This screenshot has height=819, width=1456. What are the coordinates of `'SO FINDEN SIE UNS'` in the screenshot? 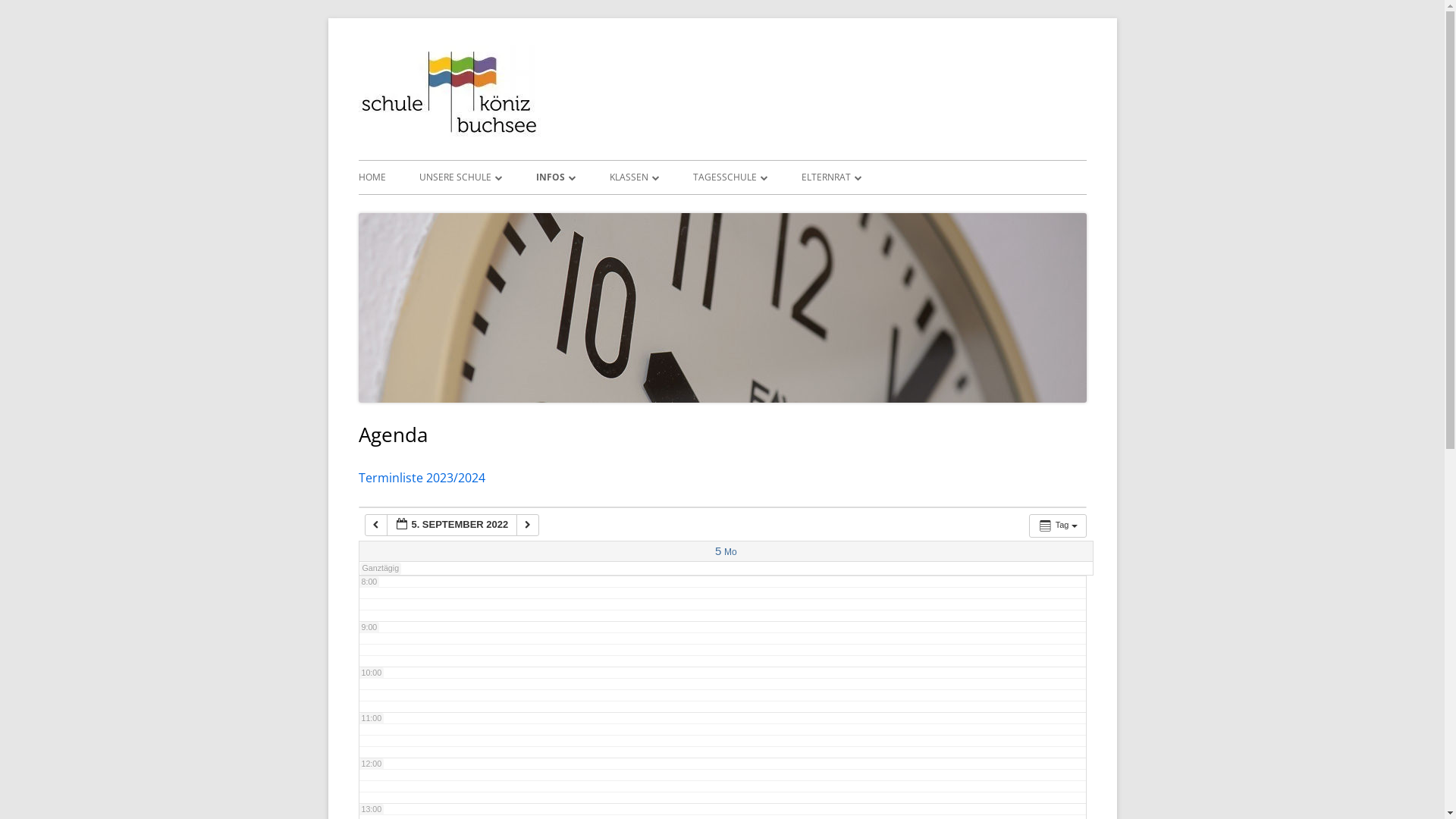 It's located at (505, 209).